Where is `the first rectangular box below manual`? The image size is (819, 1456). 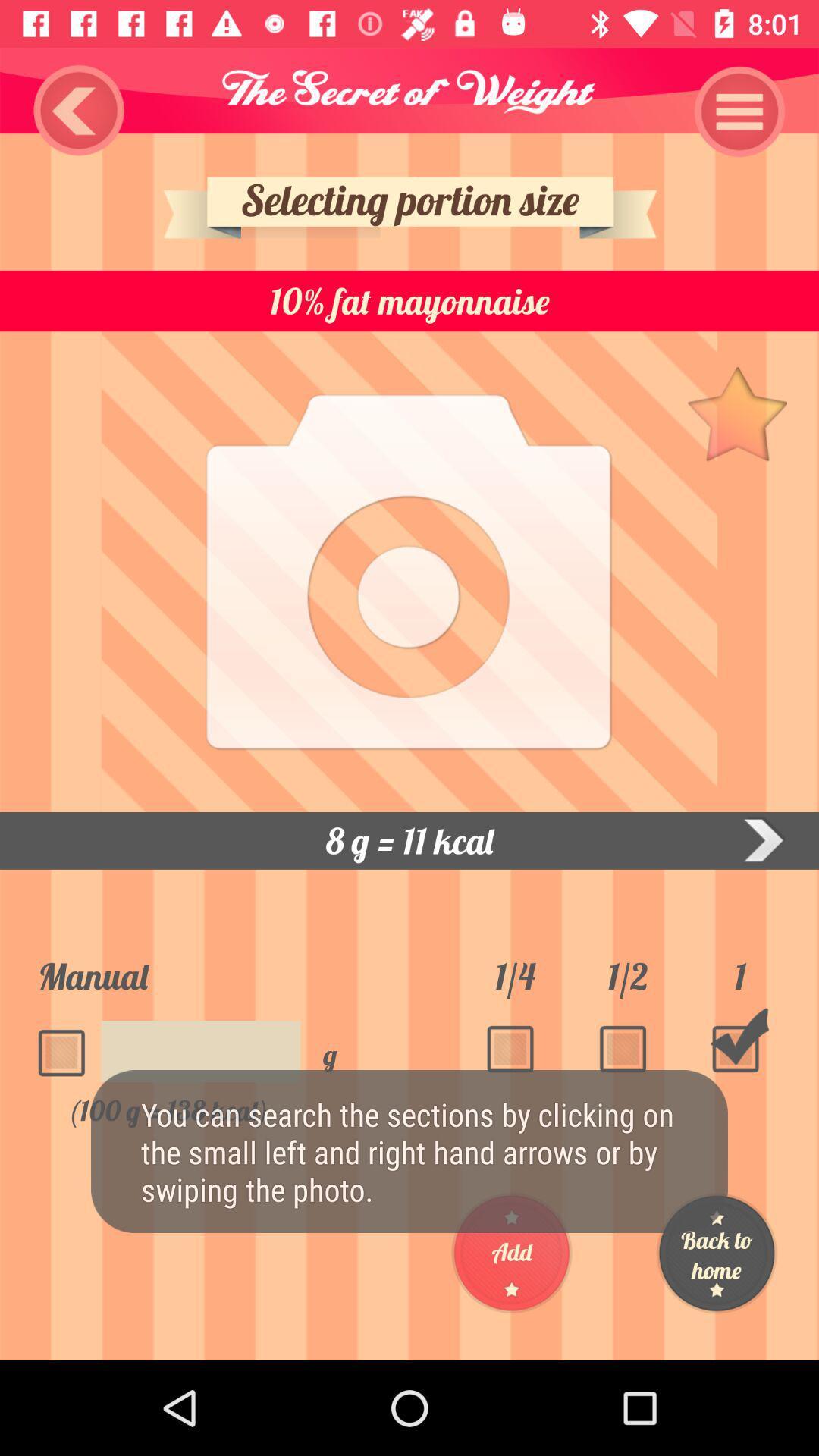 the first rectangular box below manual is located at coordinates (66, 1043).